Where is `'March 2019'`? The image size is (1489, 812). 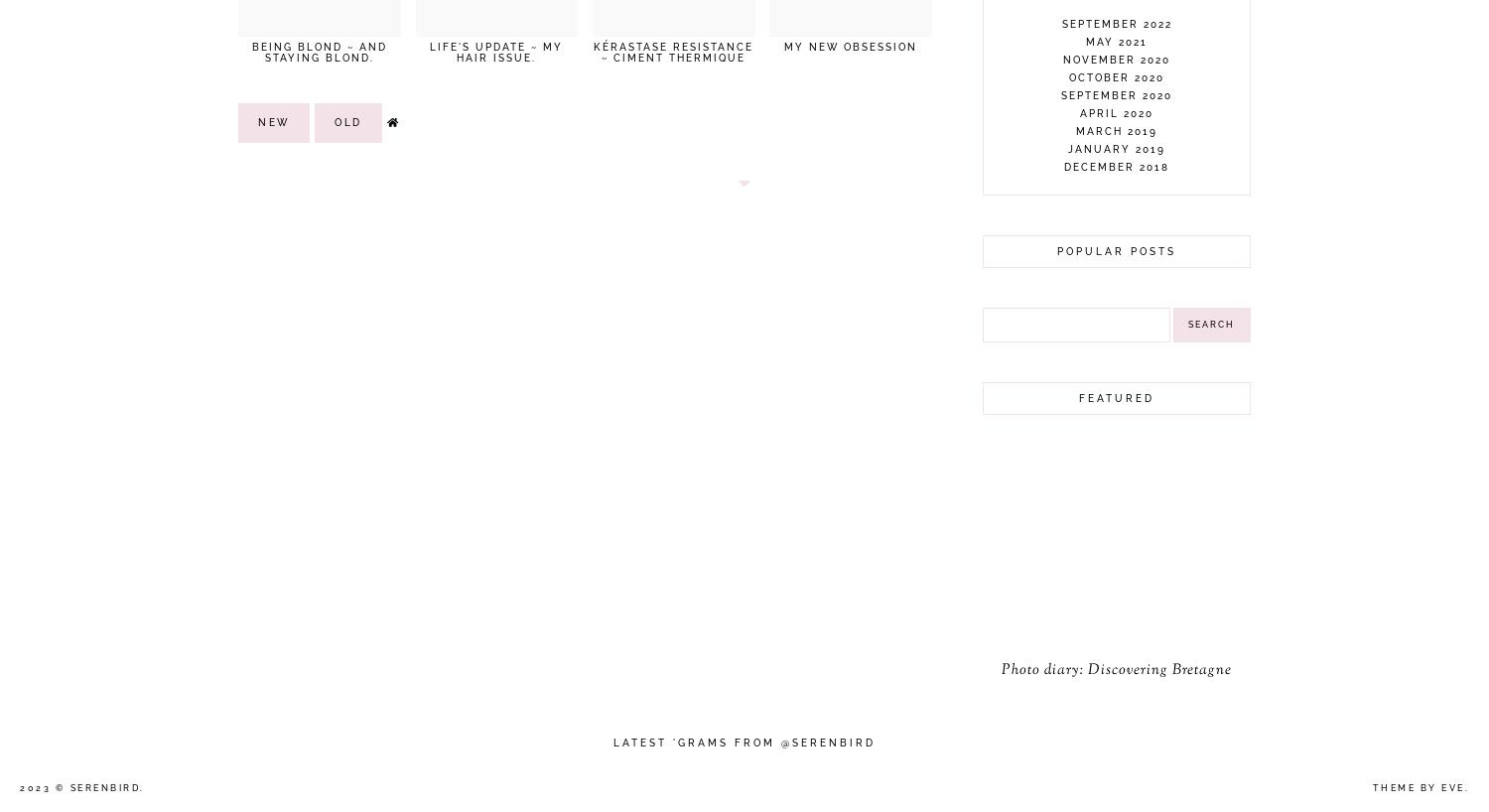
'March 2019' is located at coordinates (1075, 130).